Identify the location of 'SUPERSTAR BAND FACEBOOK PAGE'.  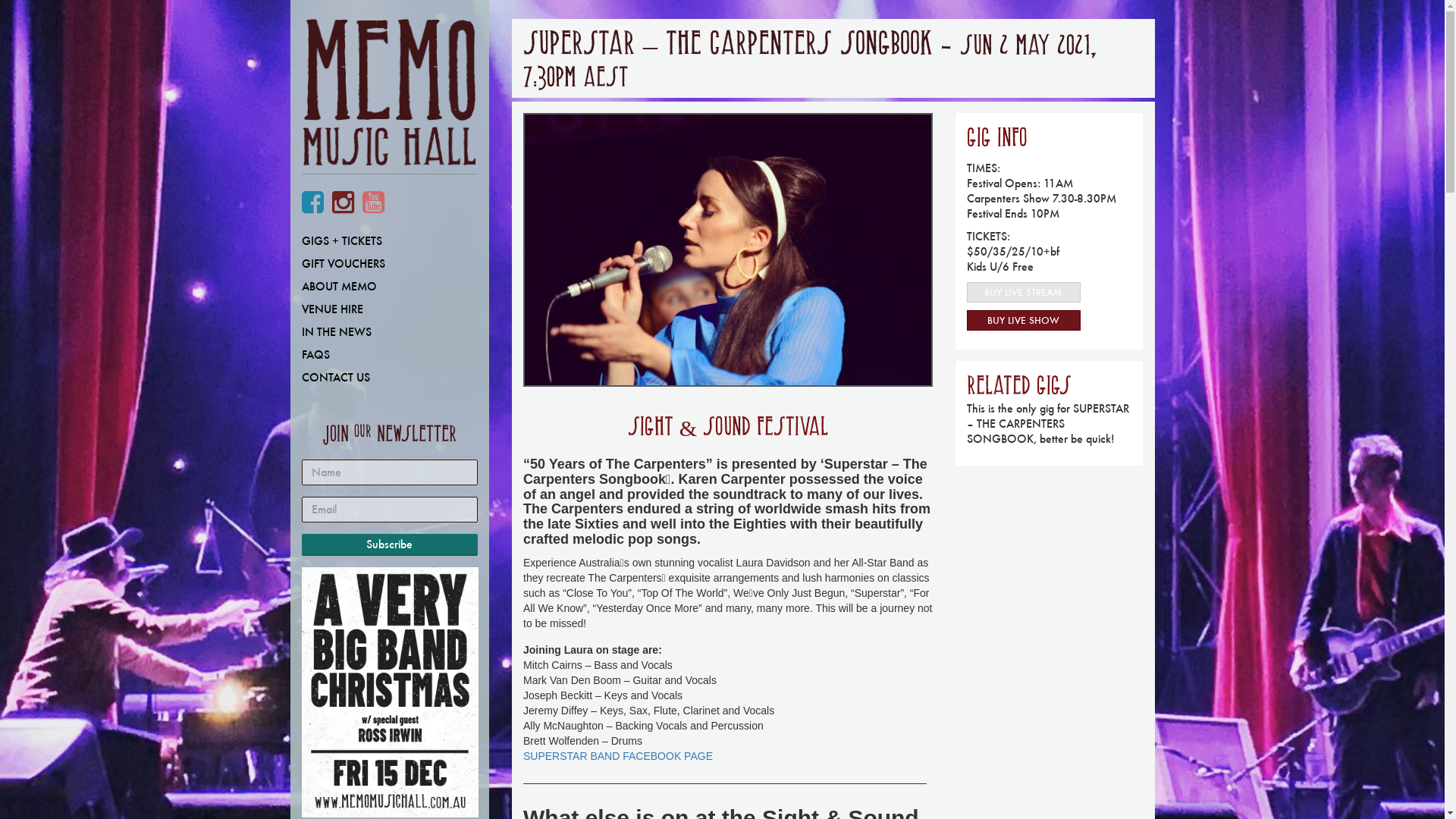
(523, 755).